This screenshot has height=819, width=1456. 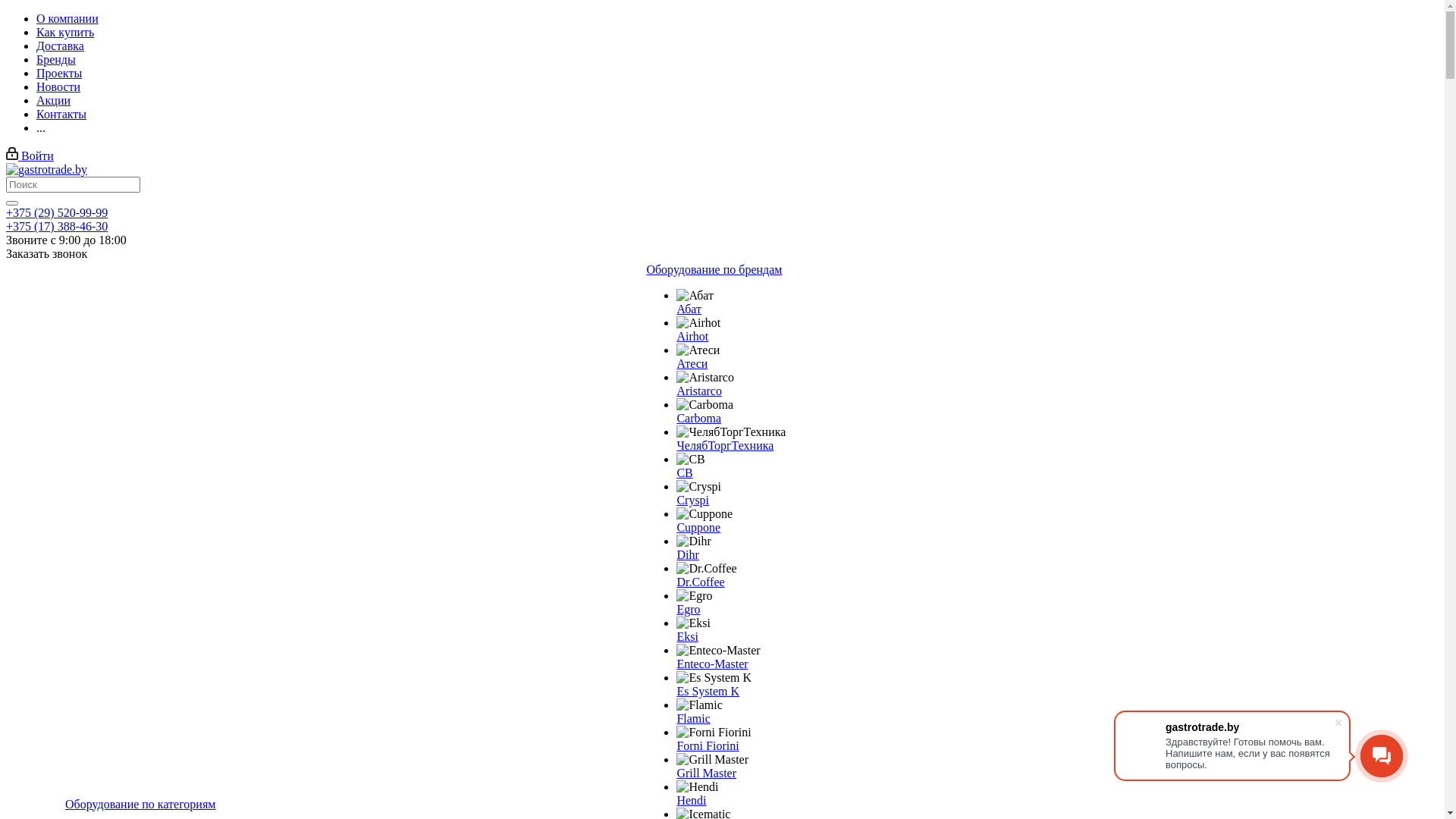 I want to click on '+375 (17) 388-46-30', so click(x=6, y=226).